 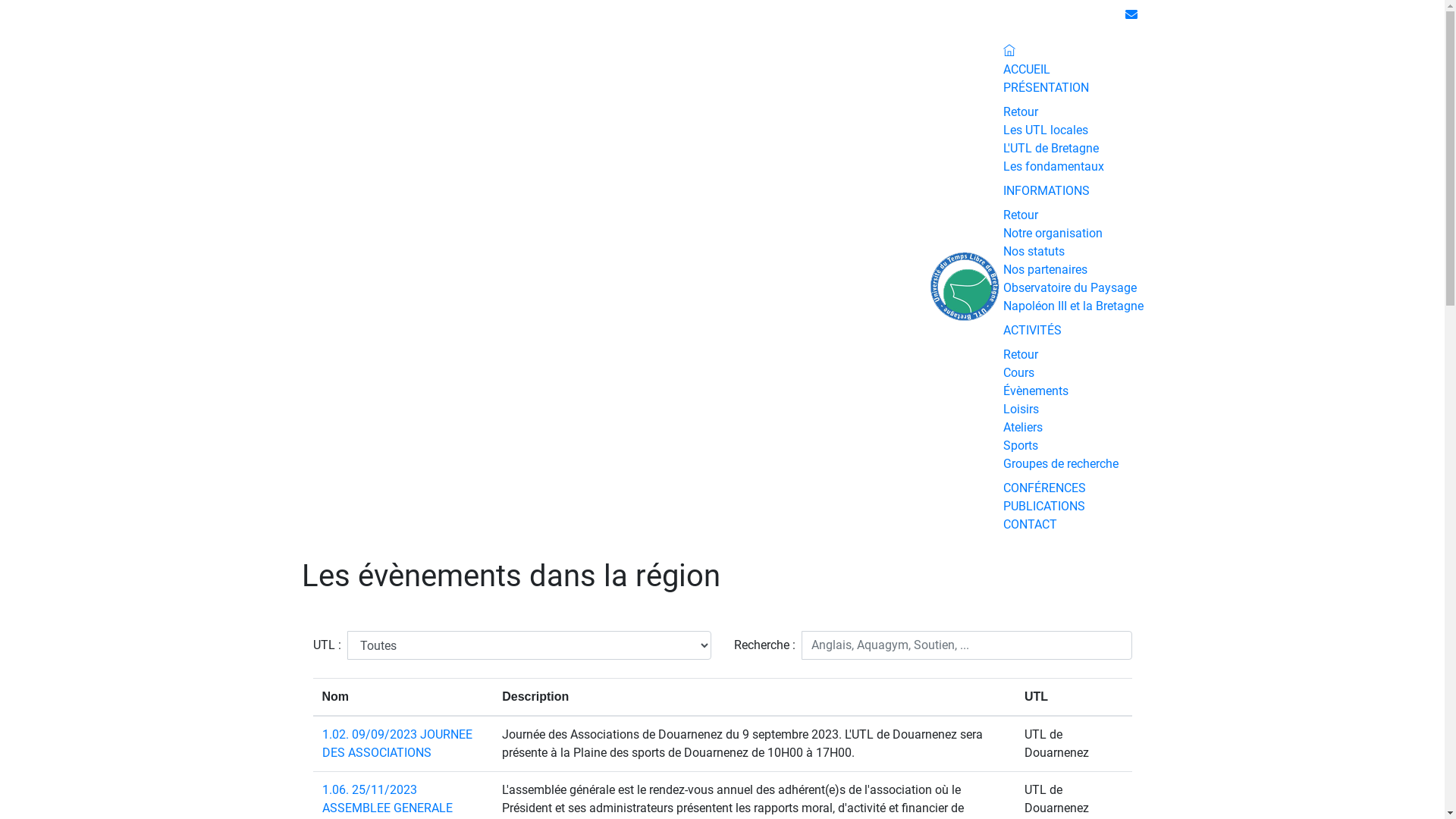 What do you see at coordinates (1043, 129) in the screenshot?
I see `'Les UTL locales'` at bounding box center [1043, 129].